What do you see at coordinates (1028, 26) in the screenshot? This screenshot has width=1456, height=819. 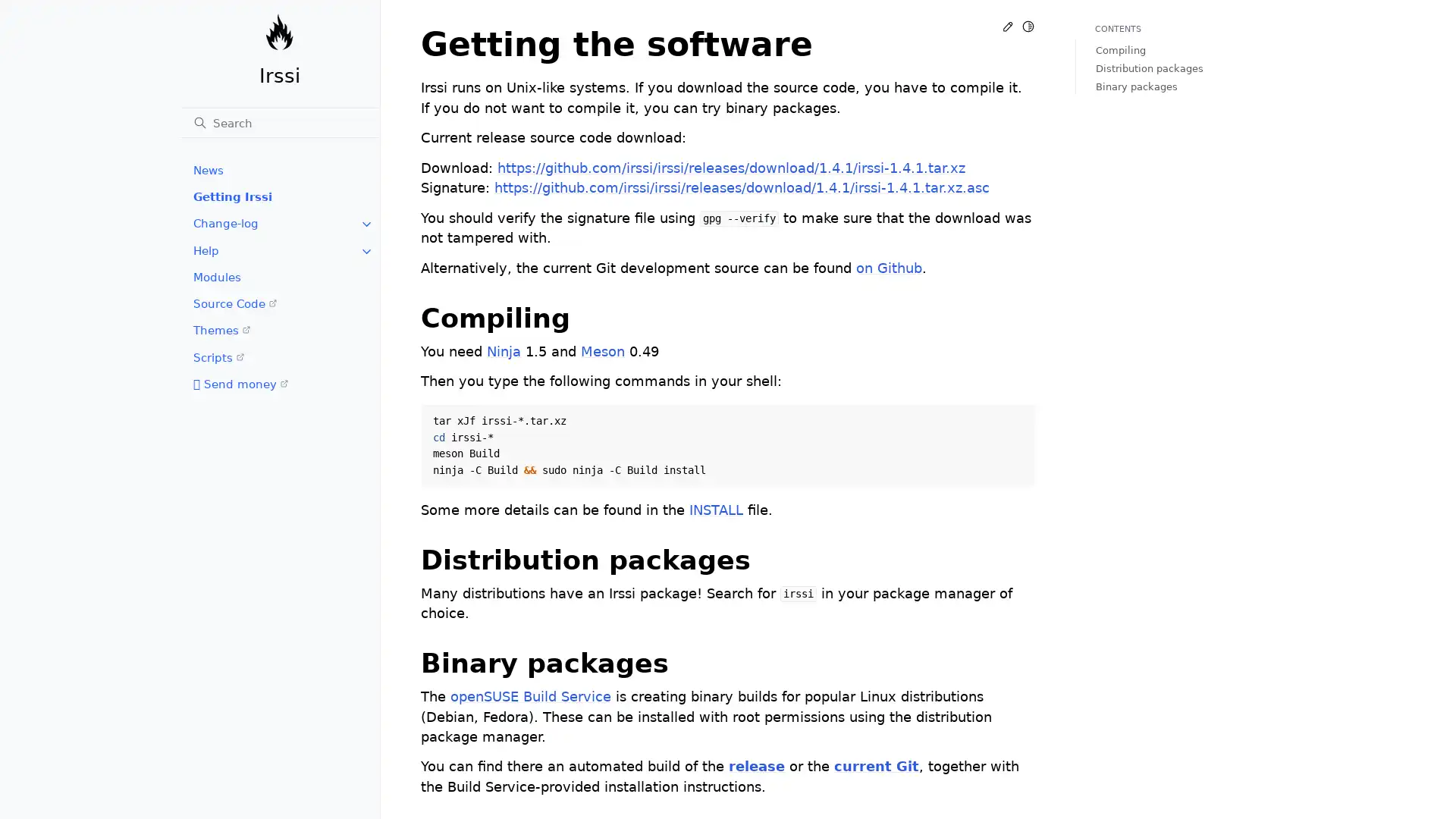 I see `Toggle Light / Dark / Auto color theme` at bounding box center [1028, 26].